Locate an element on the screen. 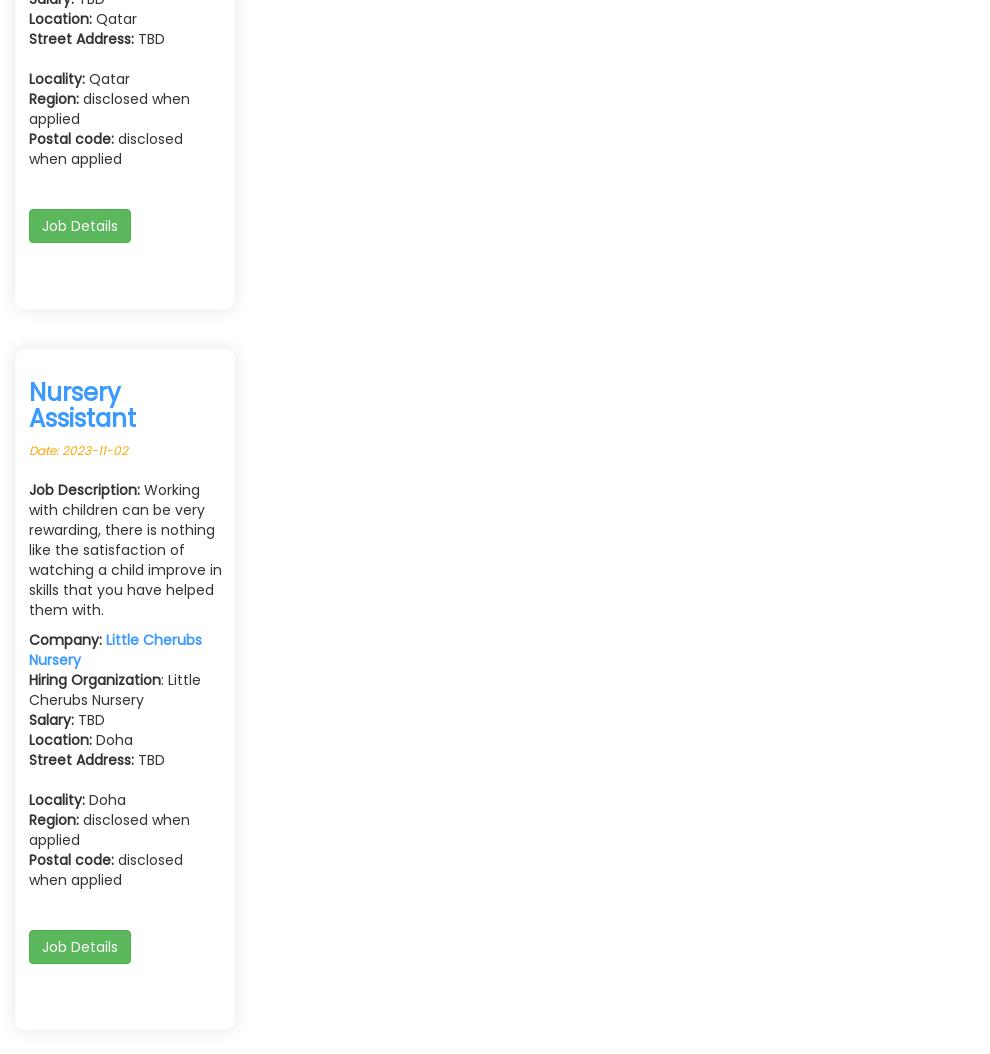 The width and height of the screenshot is (990, 1054). 'Working with children can be very rewarding, there is nothing like the satisfaction of watching a child improve in skills that you have helped them with.' is located at coordinates (124, 549).